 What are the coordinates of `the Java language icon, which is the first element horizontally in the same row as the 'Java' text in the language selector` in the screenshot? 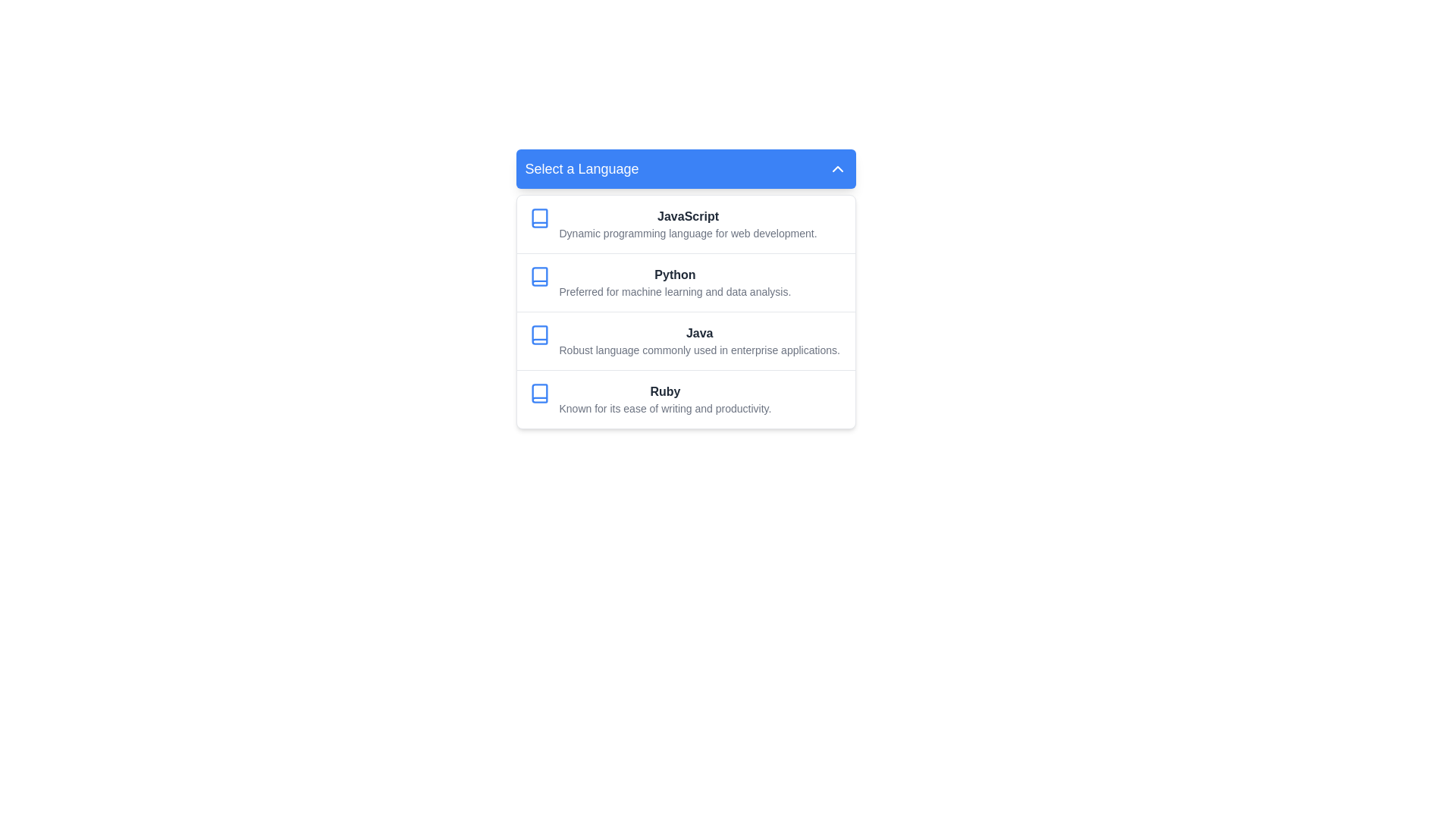 It's located at (539, 334).